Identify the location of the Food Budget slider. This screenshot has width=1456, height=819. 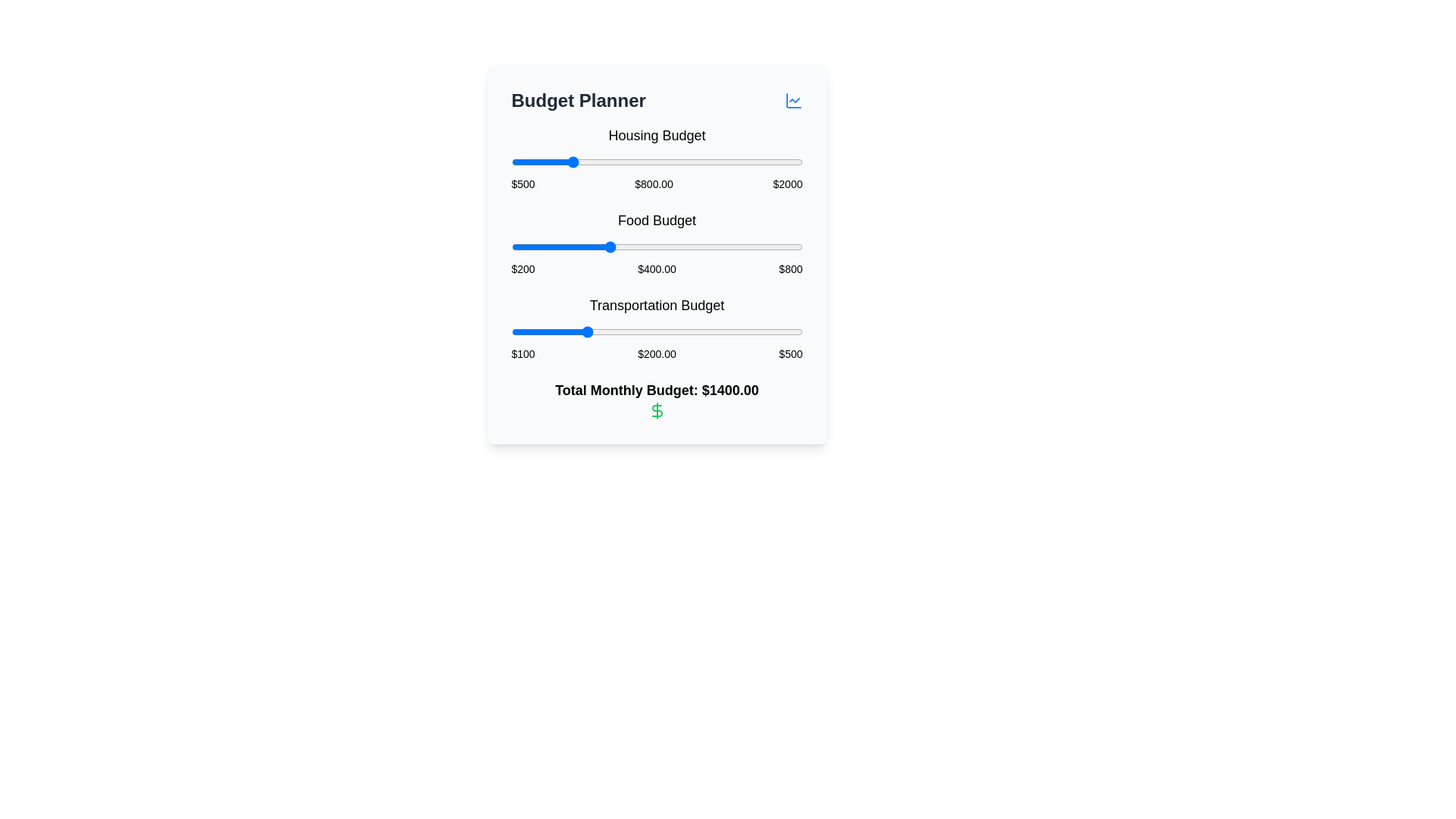
(735, 246).